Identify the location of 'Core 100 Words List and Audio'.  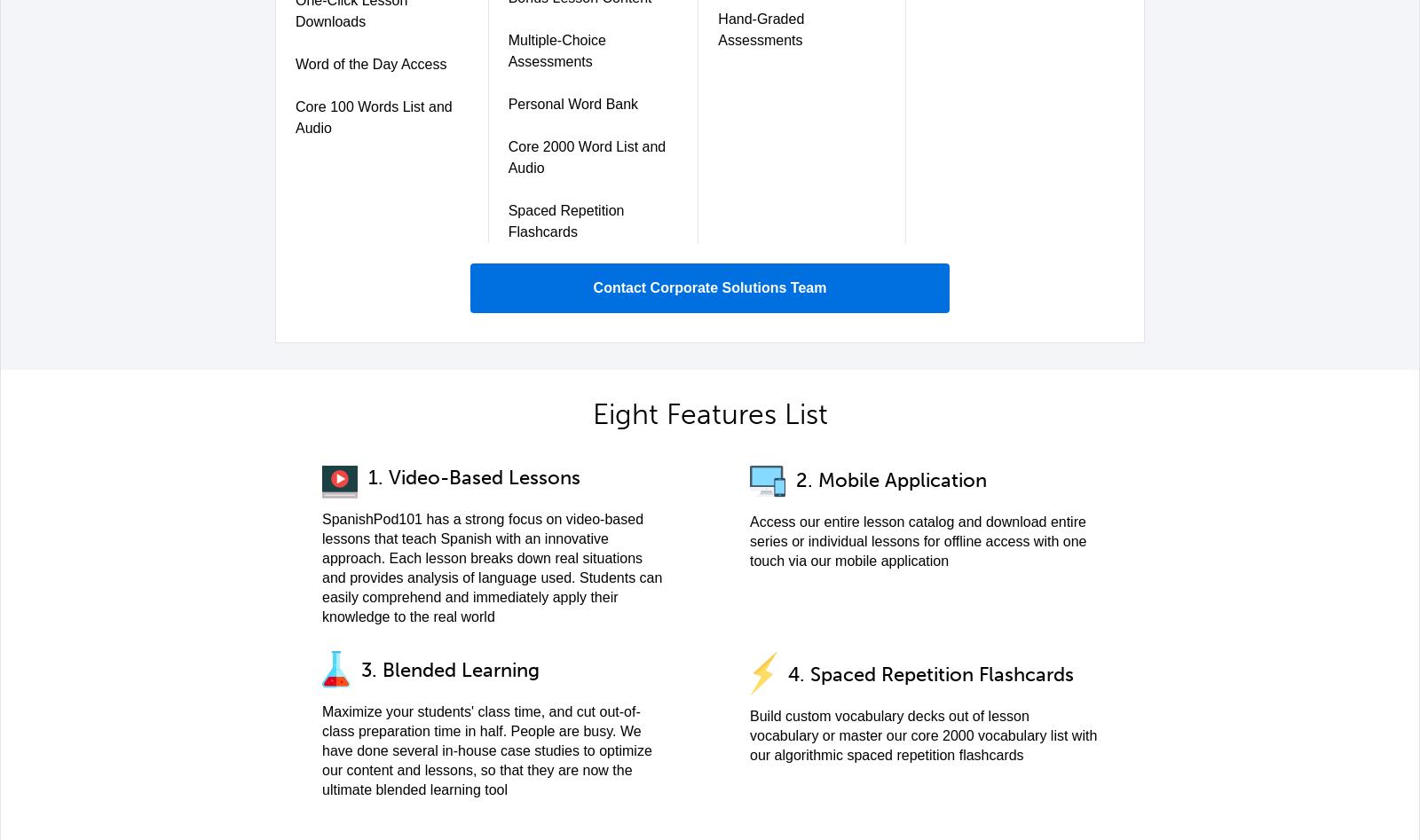
(372, 116).